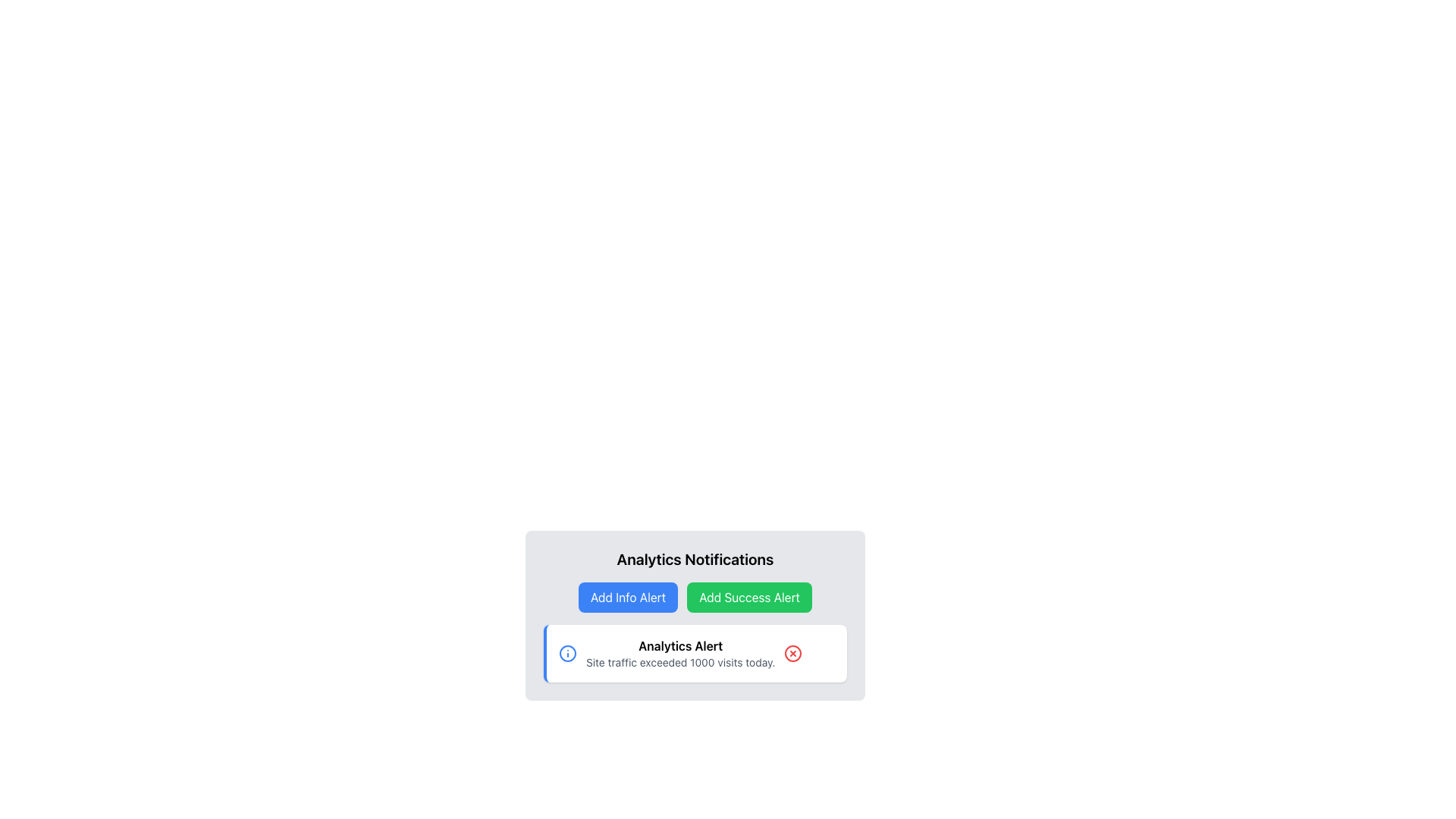 The height and width of the screenshot is (819, 1456). Describe the element at coordinates (679, 662) in the screenshot. I see `the informational message about site traffic exceeding 1000 visits` at that location.